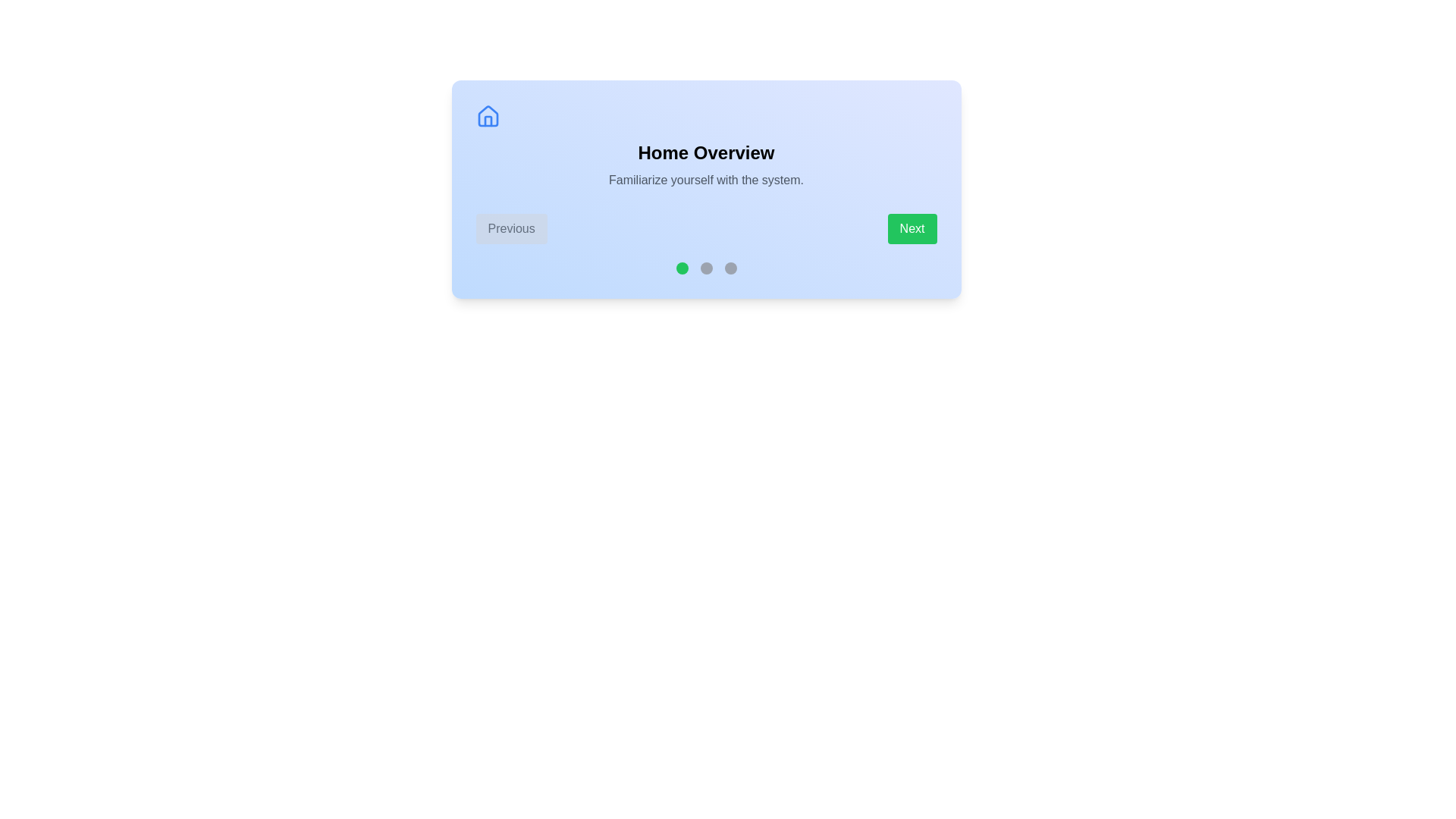  What do you see at coordinates (912, 228) in the screenshot?
I see `'Next' button to navigate to the next step` at bounding box center [912, 228].